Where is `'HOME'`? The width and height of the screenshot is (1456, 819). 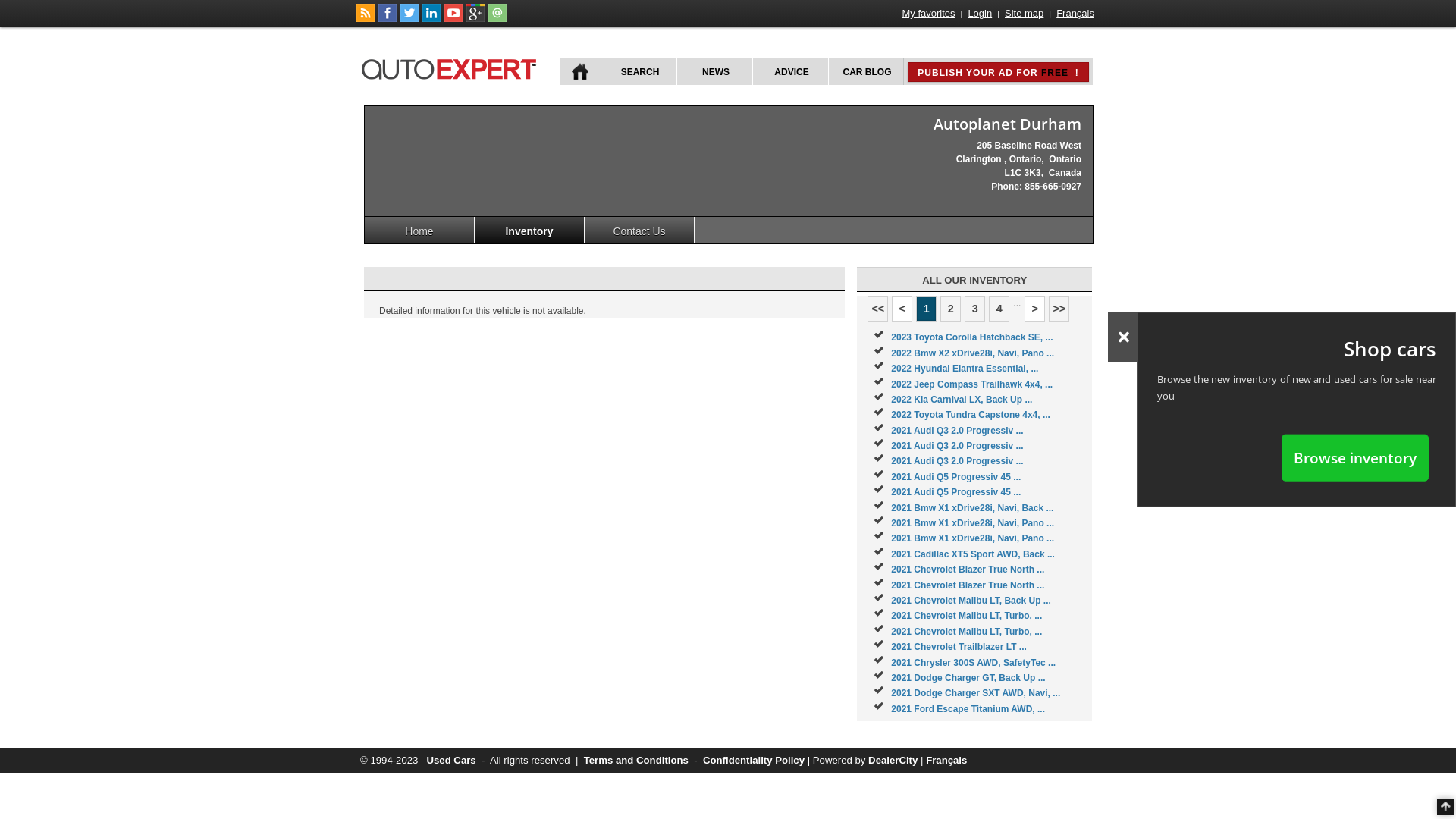
'HOME' is located at coordinates (560, 71).